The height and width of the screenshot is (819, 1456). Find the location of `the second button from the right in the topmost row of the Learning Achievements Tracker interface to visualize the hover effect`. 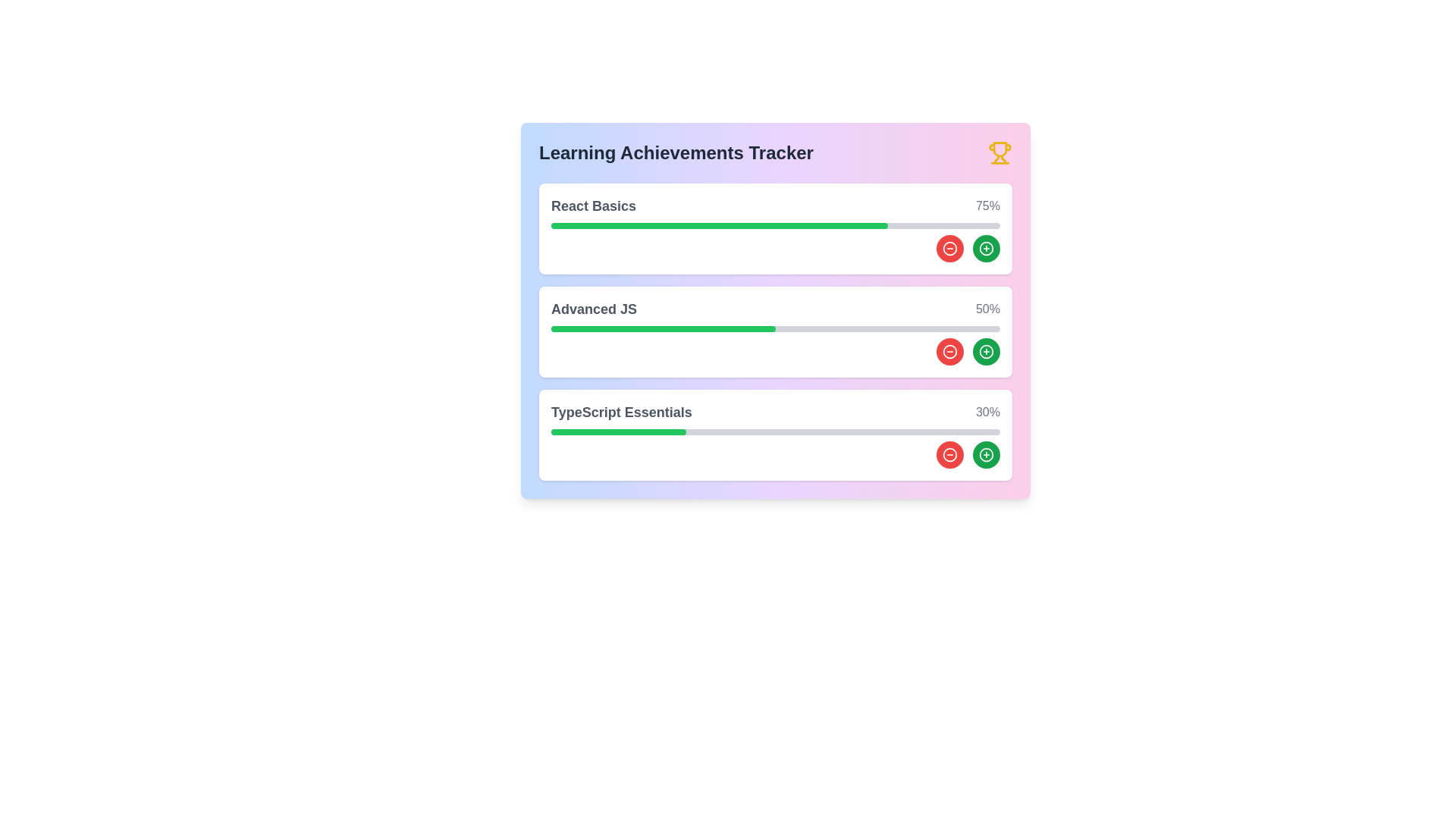

the second button from the right in the topmost row of the Learning Achievements Tracker interface to visualize the hover effect is located at coordinates (986, 247).